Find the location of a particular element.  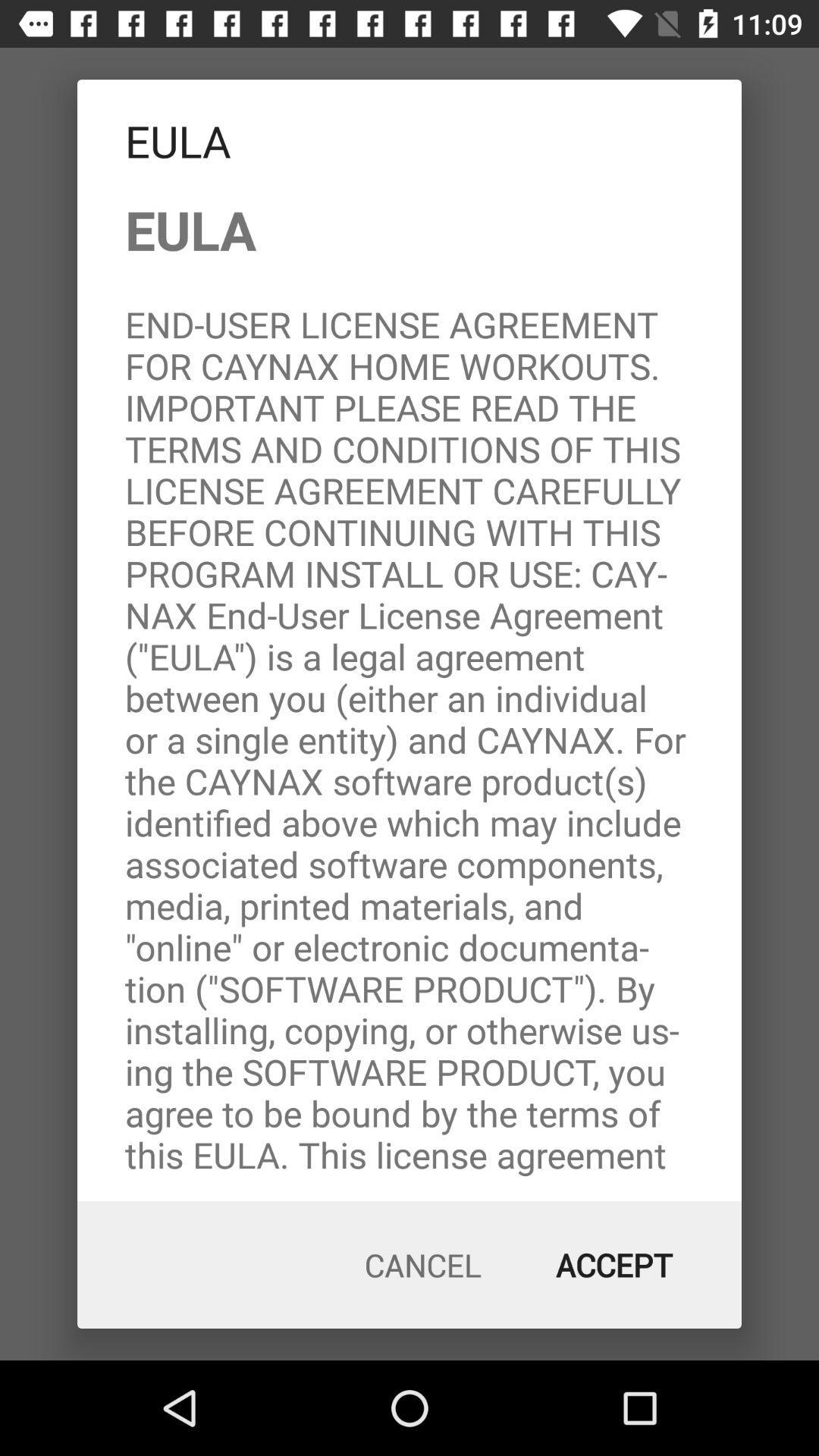

cancel is located at coordinates (423, 1265).